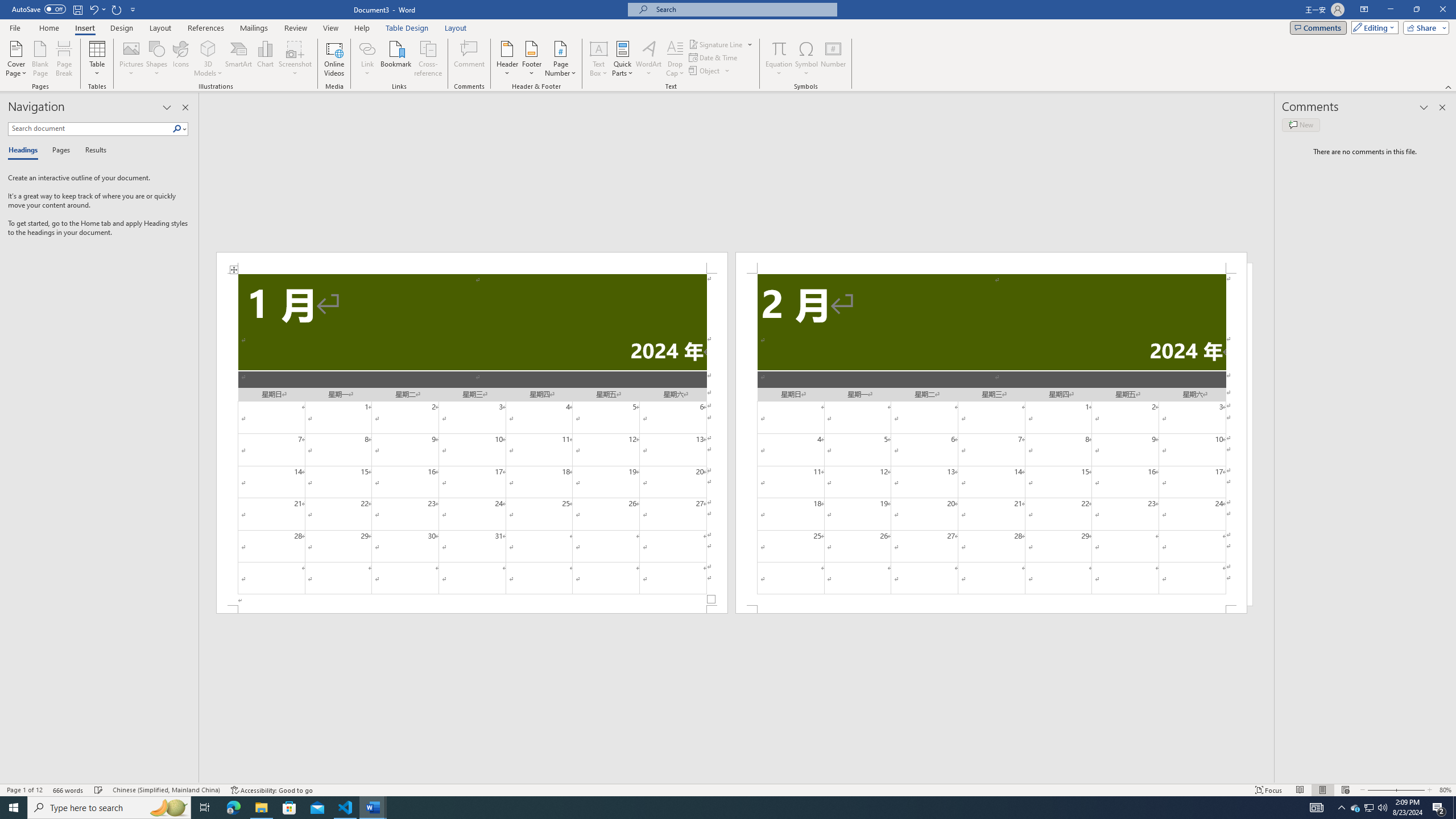  I want to click on 'Share', so click(1423, 27).